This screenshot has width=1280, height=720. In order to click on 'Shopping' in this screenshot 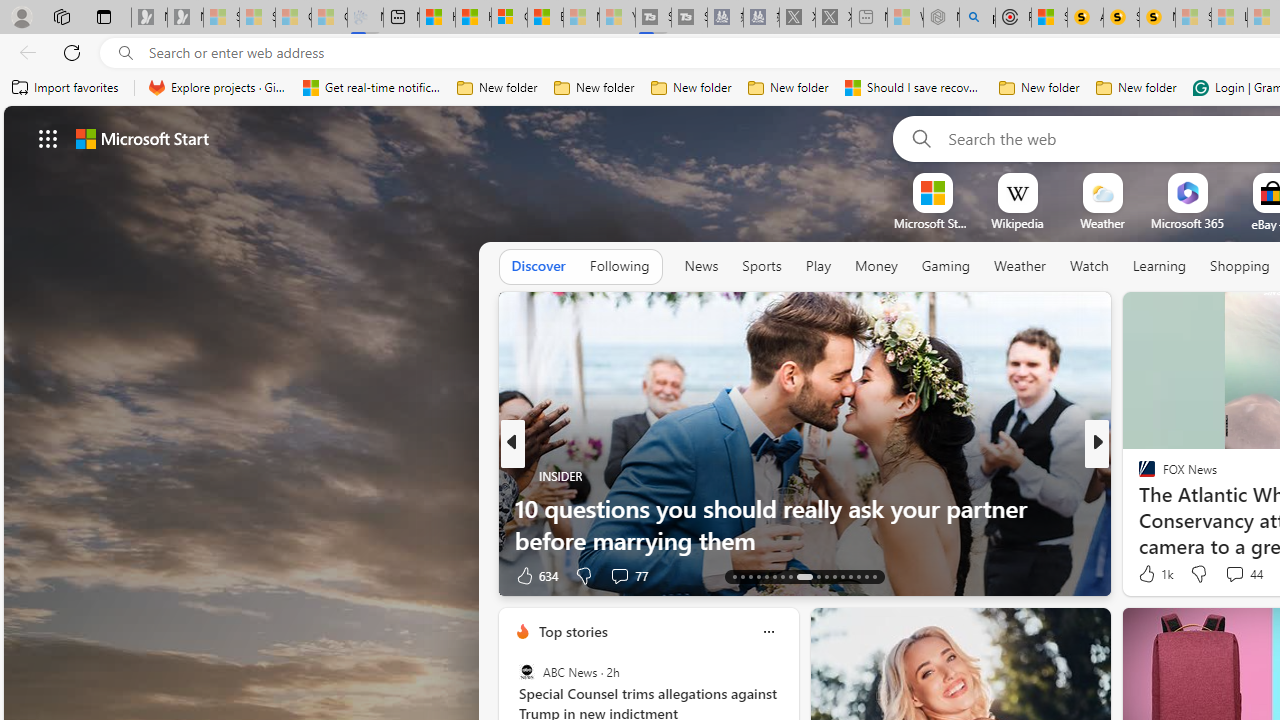, I will do `click(1239, 265)`.